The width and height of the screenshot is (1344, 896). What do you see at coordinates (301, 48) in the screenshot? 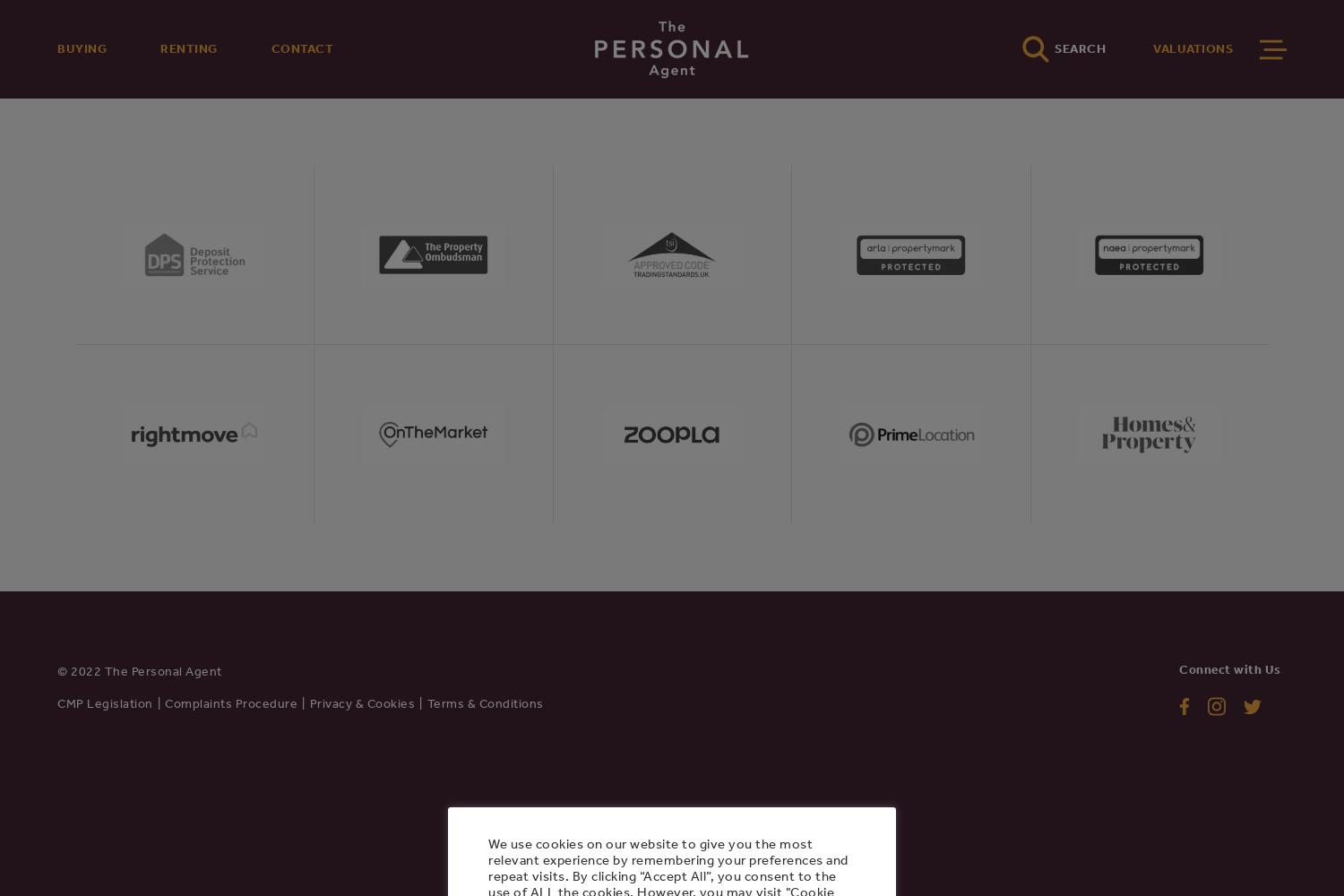
I see `'Contact'` at bounding box center [301, 48].